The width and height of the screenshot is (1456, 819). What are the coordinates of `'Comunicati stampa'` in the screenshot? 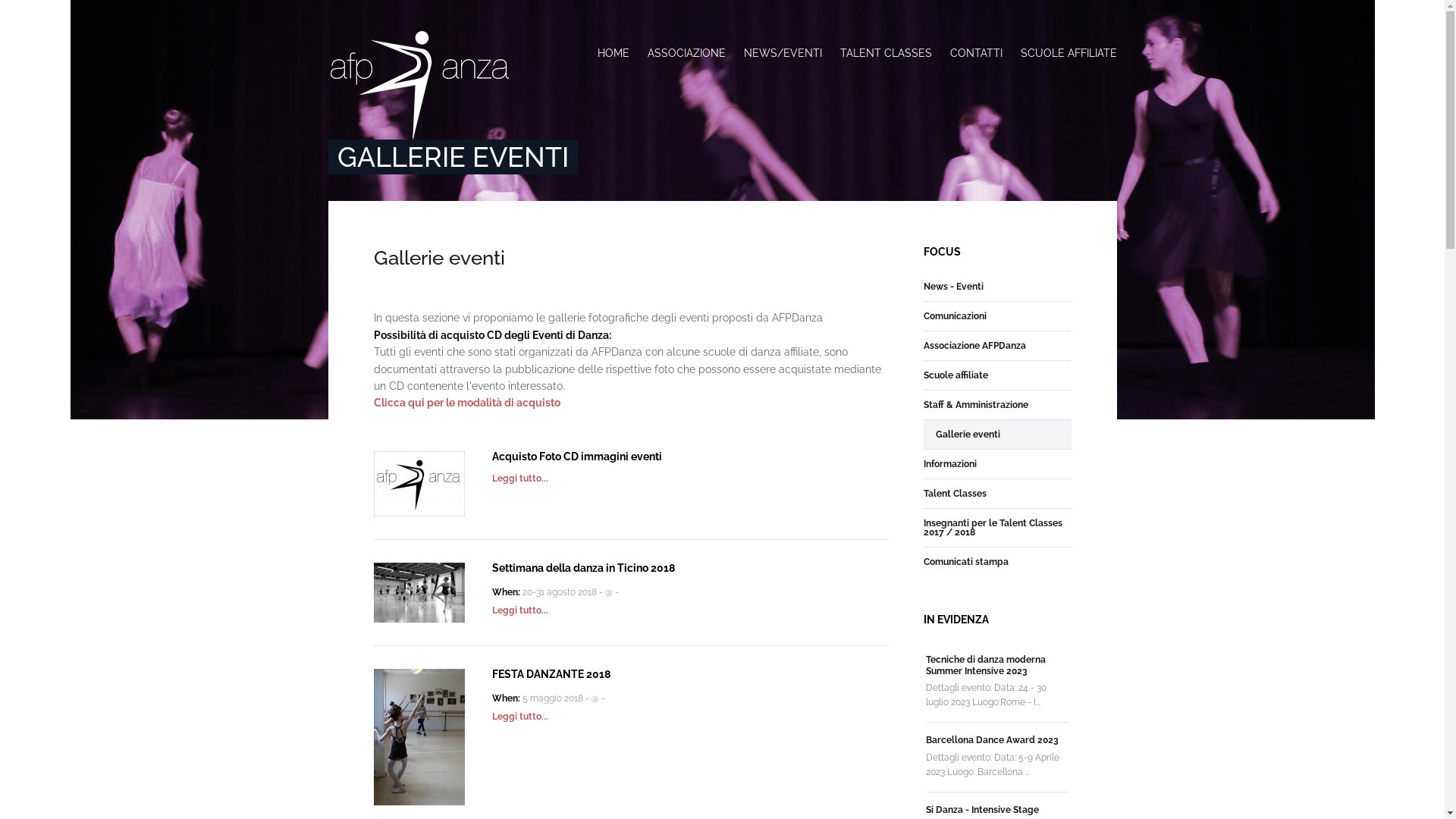 It's located at (965, 561).